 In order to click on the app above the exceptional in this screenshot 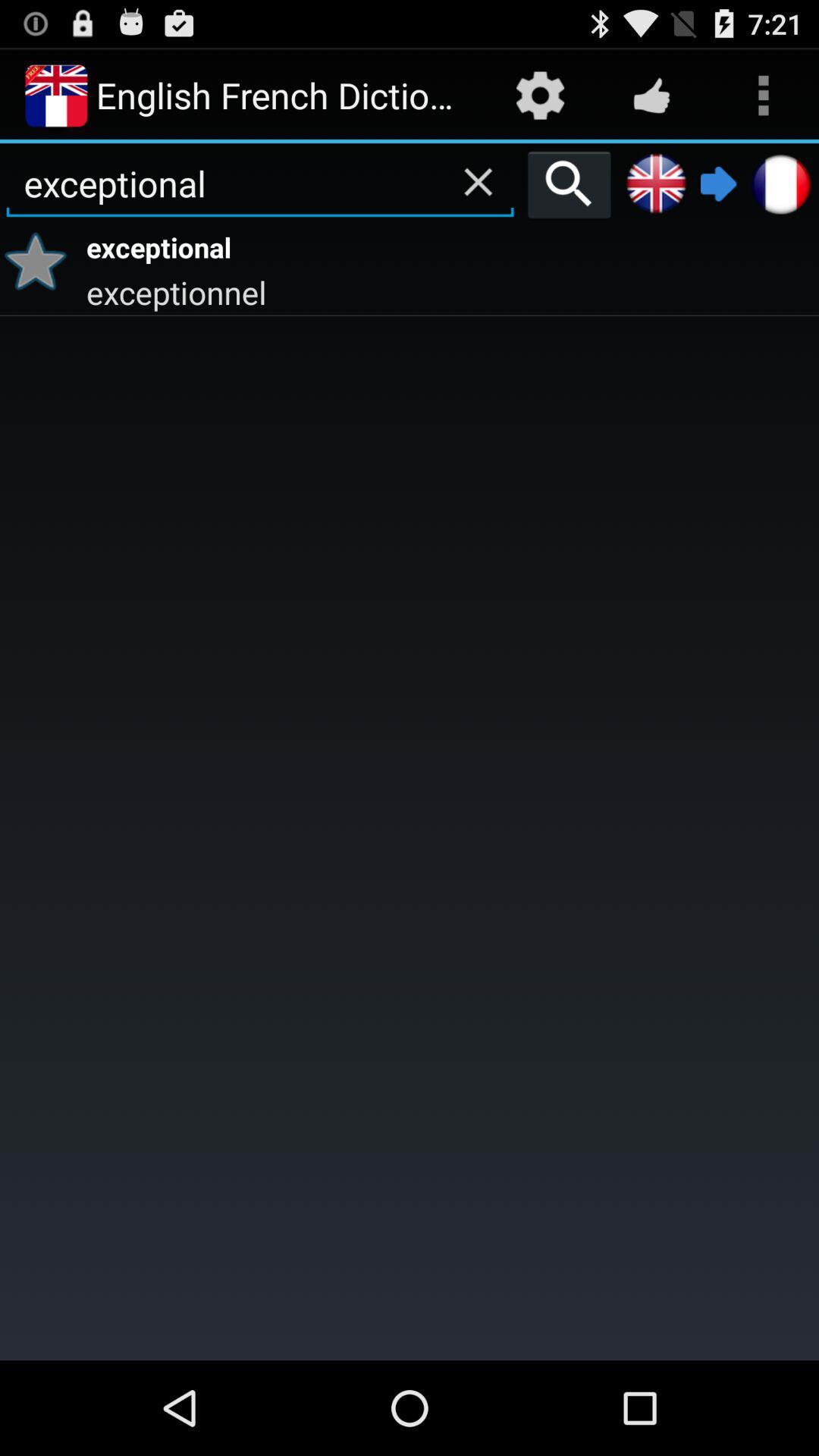, I will do `click(478, 182)`.